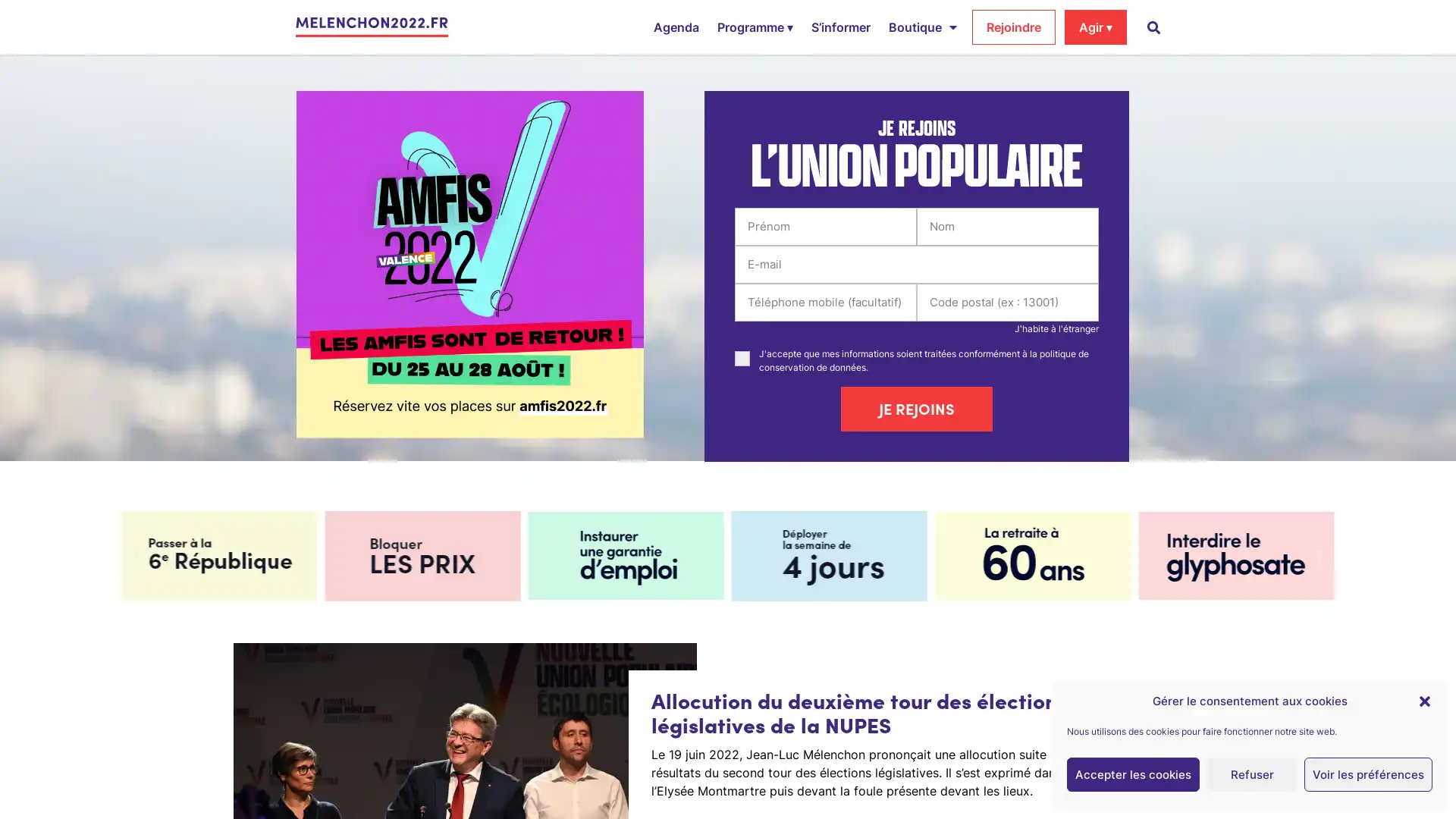 The height and width of the screenshot is (819, 1456). I want to click on Previous slide, so click(136, 555).